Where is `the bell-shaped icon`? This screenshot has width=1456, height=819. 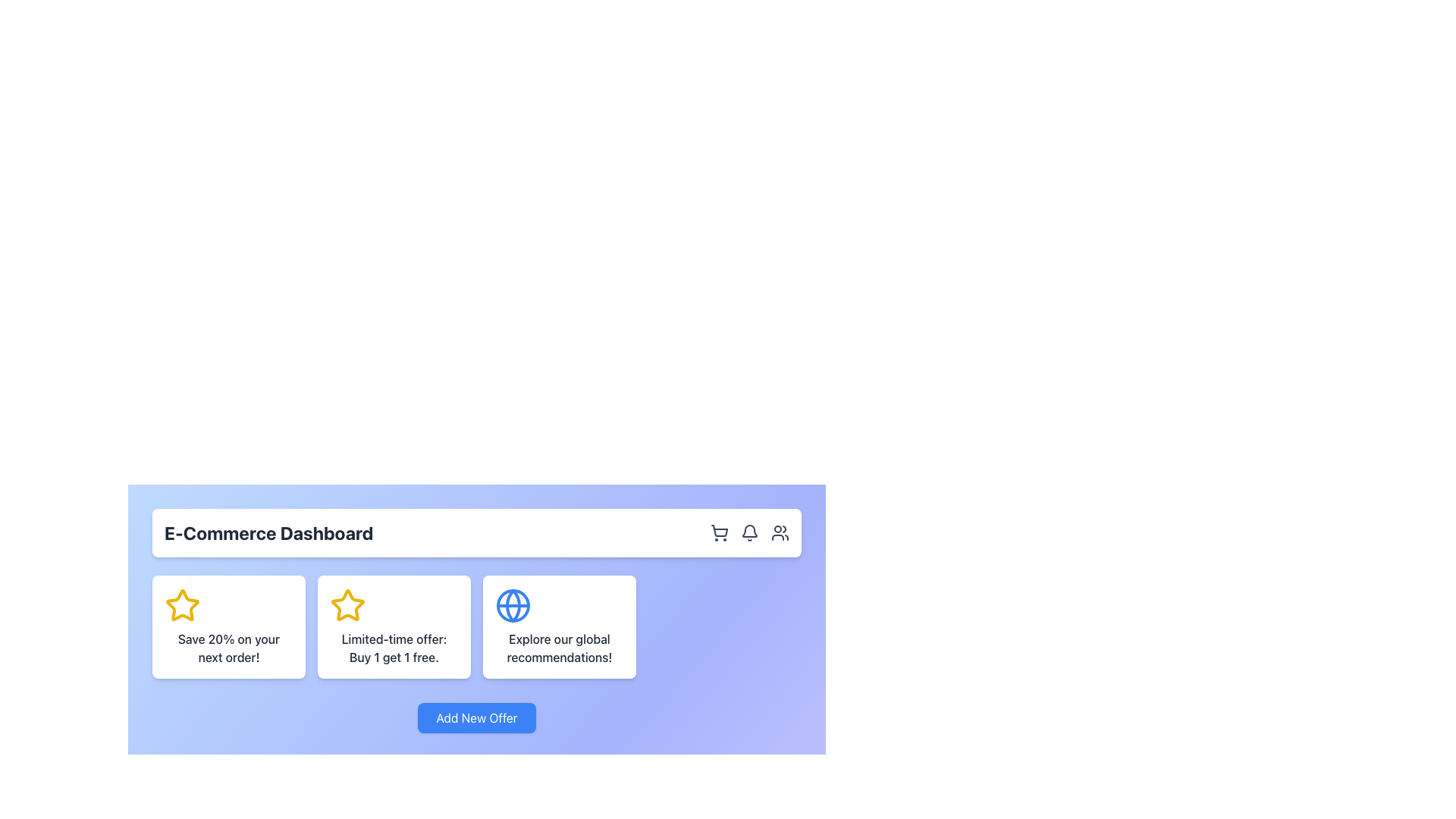 the bell-shaped icon is located at coordinates (749, 532).